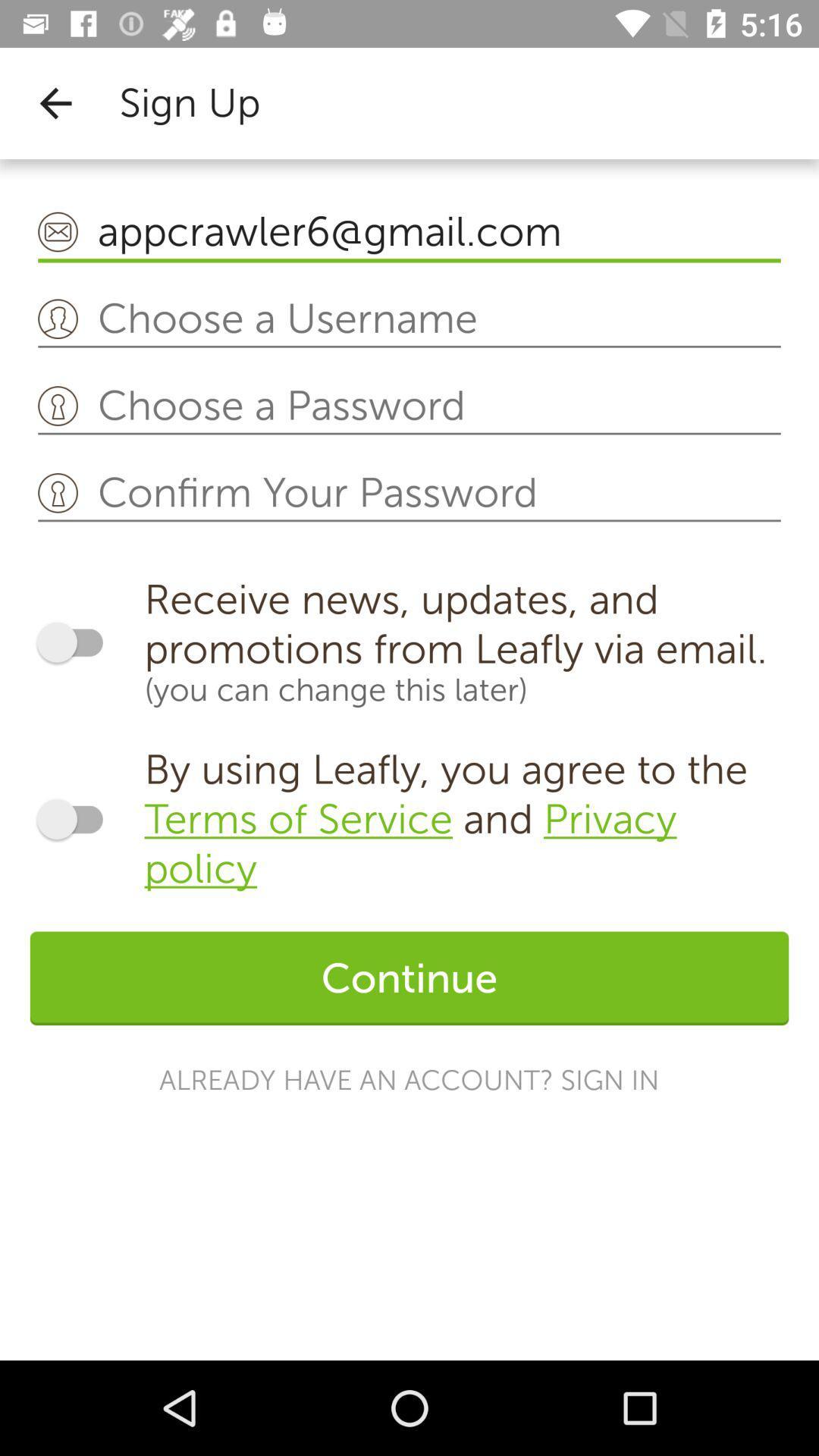 This screenshot has width=819, height=1456. What do you see at coordinates (77, 818) in the screenshot?
I see `agree to terms of service and privacy policy` at bounding box center [77, 818].